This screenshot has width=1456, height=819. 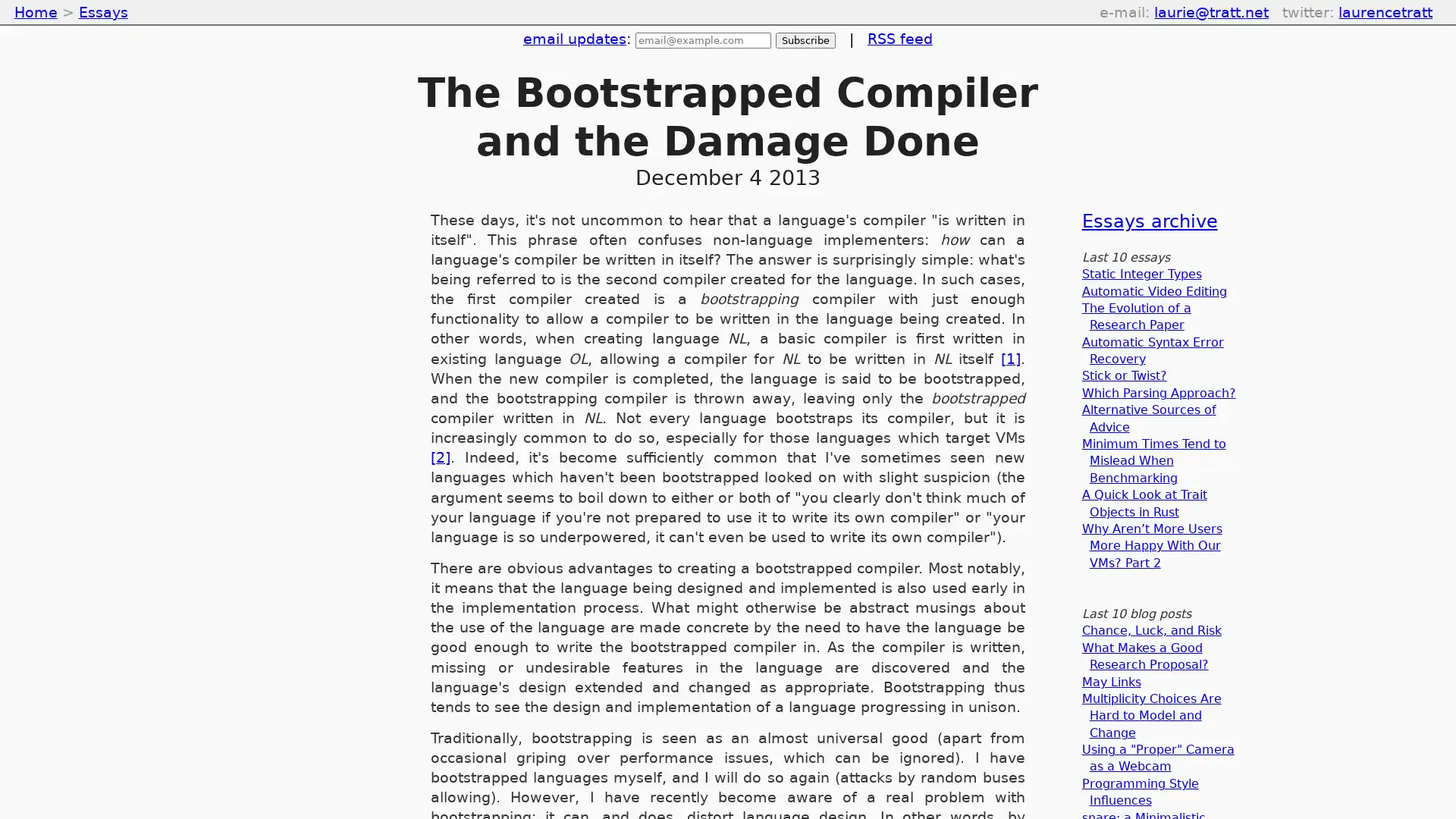 What do you see at coordinates (804, 39) in the screenshot?
I see `Subscribe` at bounding box center [804, 39].